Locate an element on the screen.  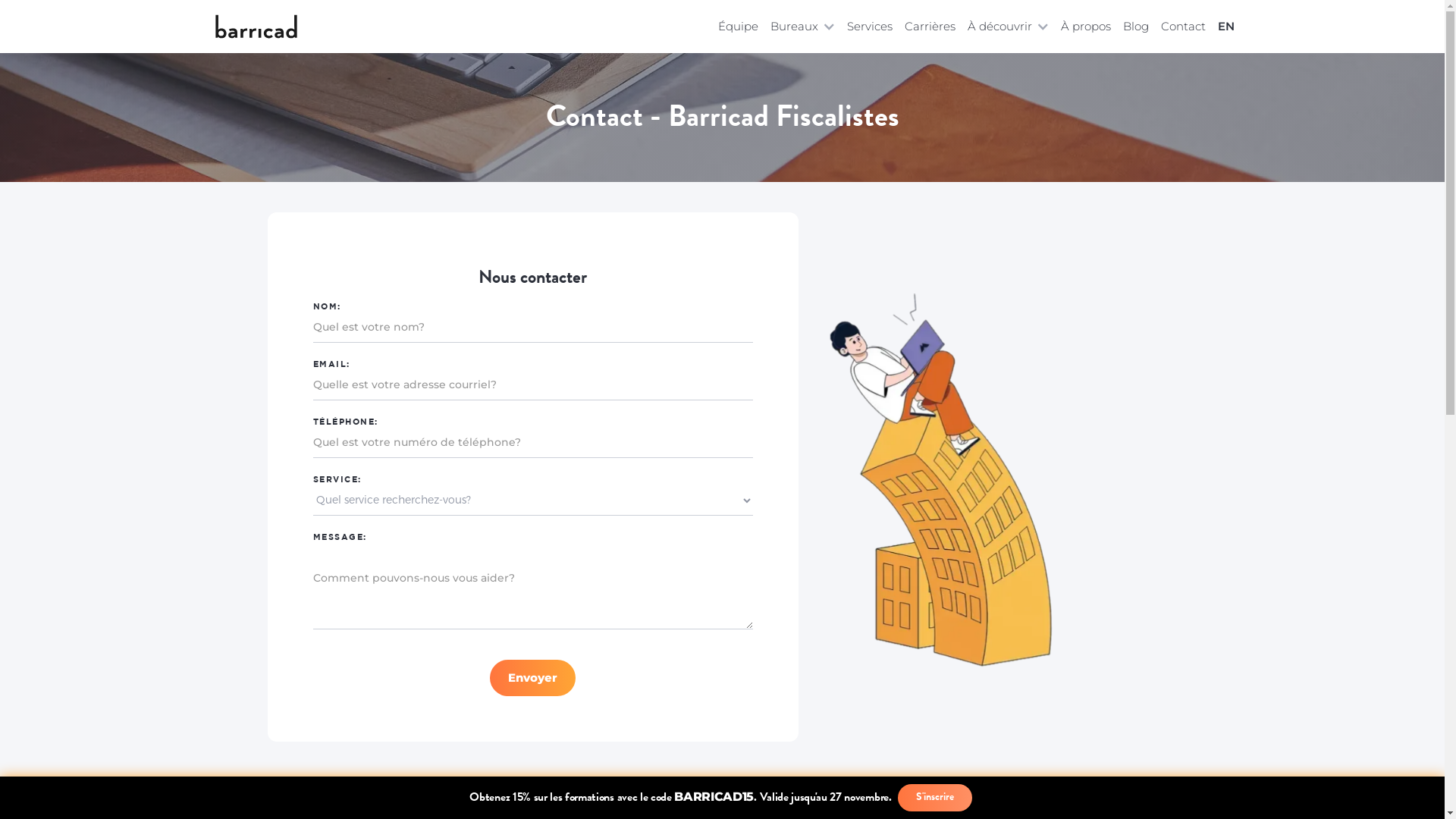
'S'inscrire' is located at coordinates (934, 797).